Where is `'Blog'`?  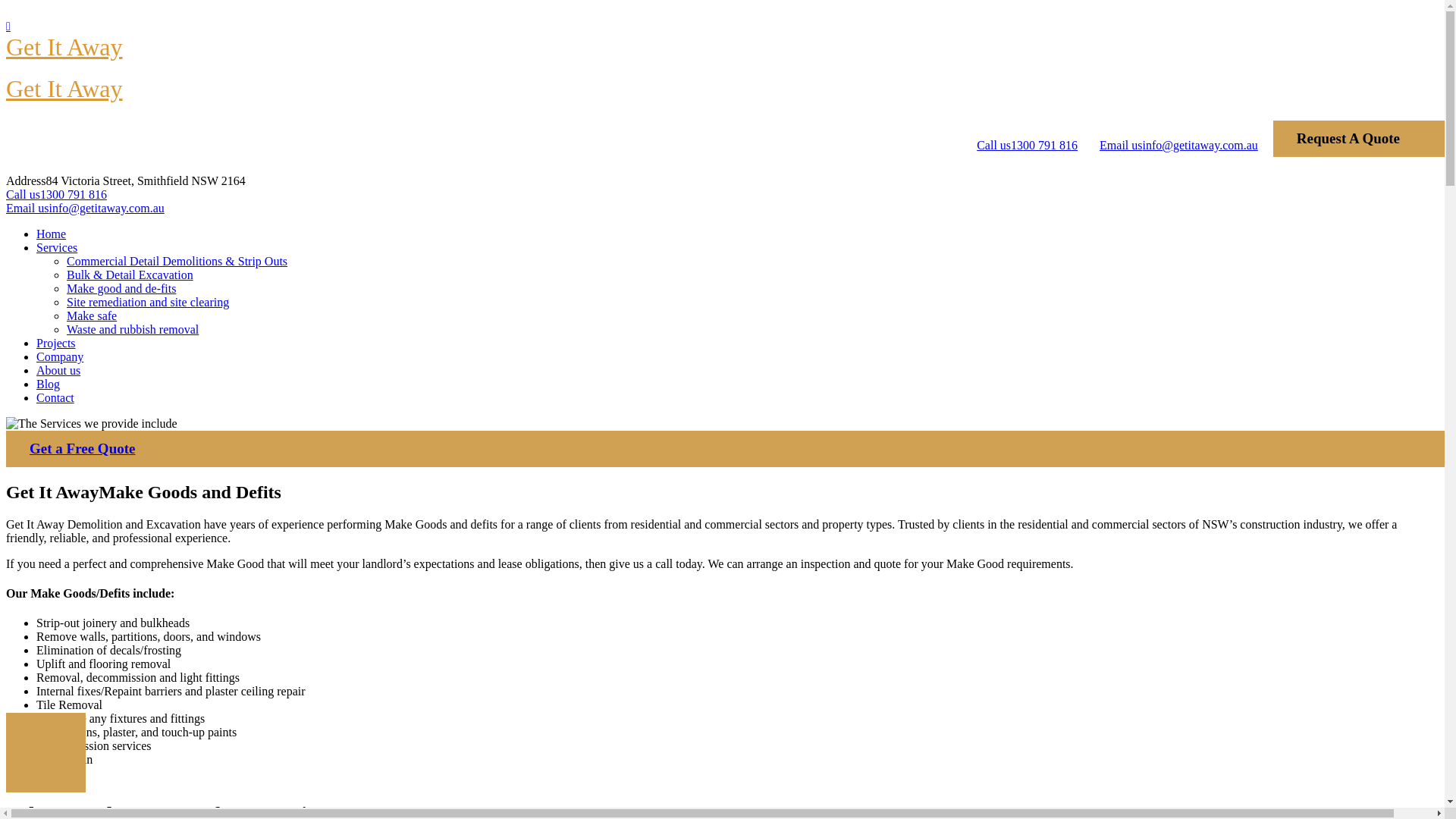
'Blog' is located at coordinates (48, 383).